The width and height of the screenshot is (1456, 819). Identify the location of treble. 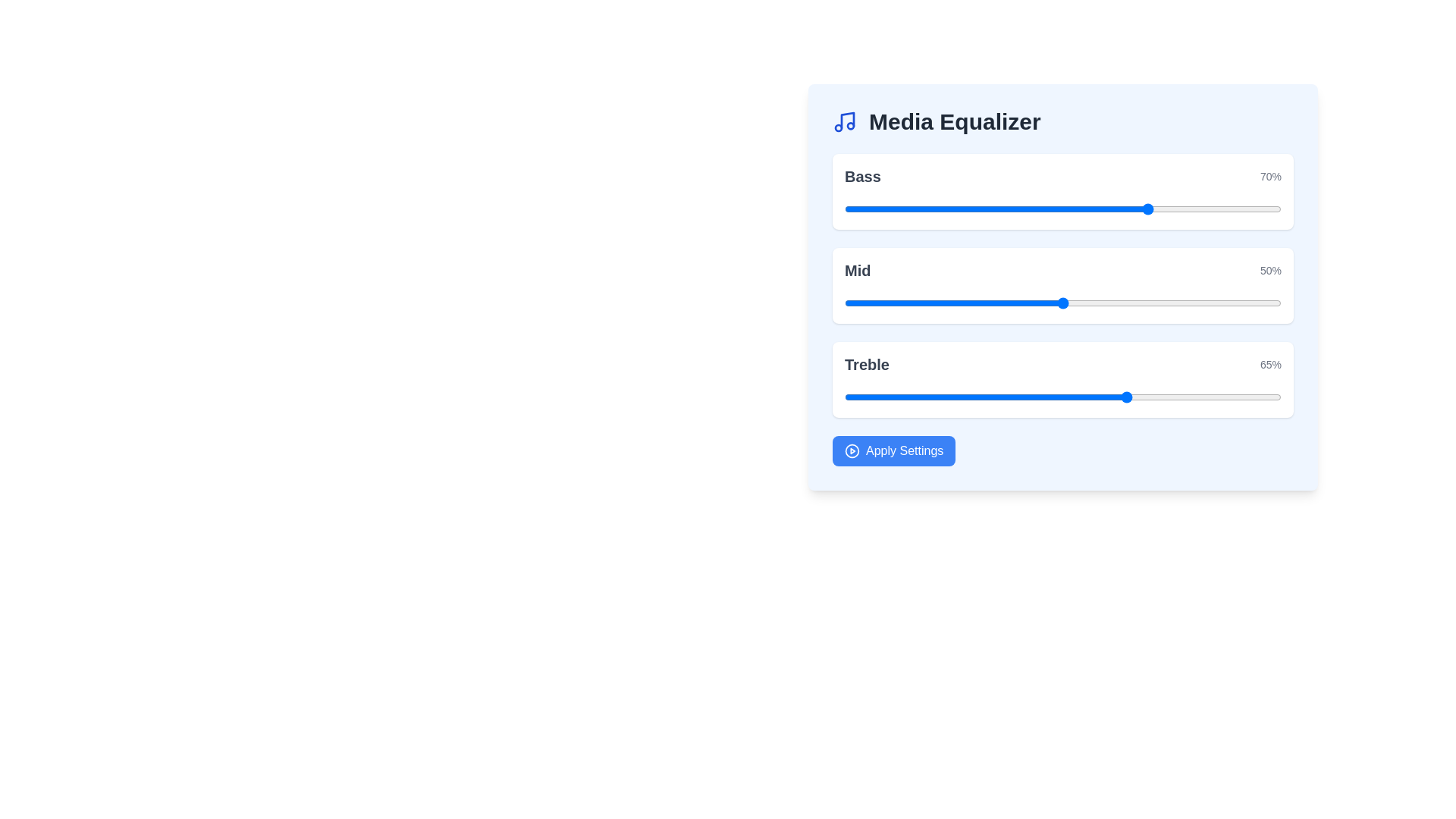
(1276, 397).